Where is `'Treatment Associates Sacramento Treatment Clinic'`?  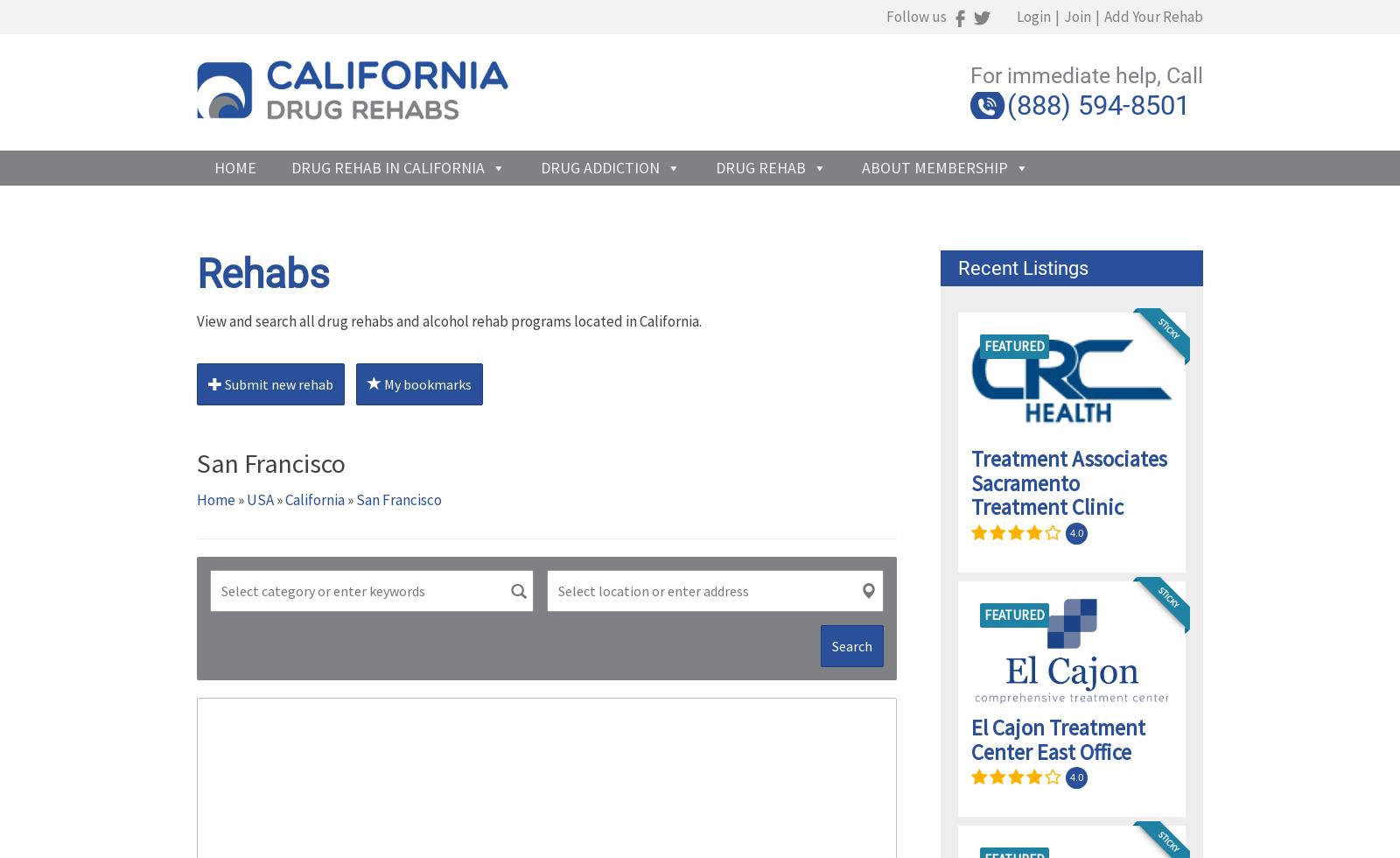 'Treatment Associates Sacramento Treatment Clinic' is located at coordinates (1067, 482).